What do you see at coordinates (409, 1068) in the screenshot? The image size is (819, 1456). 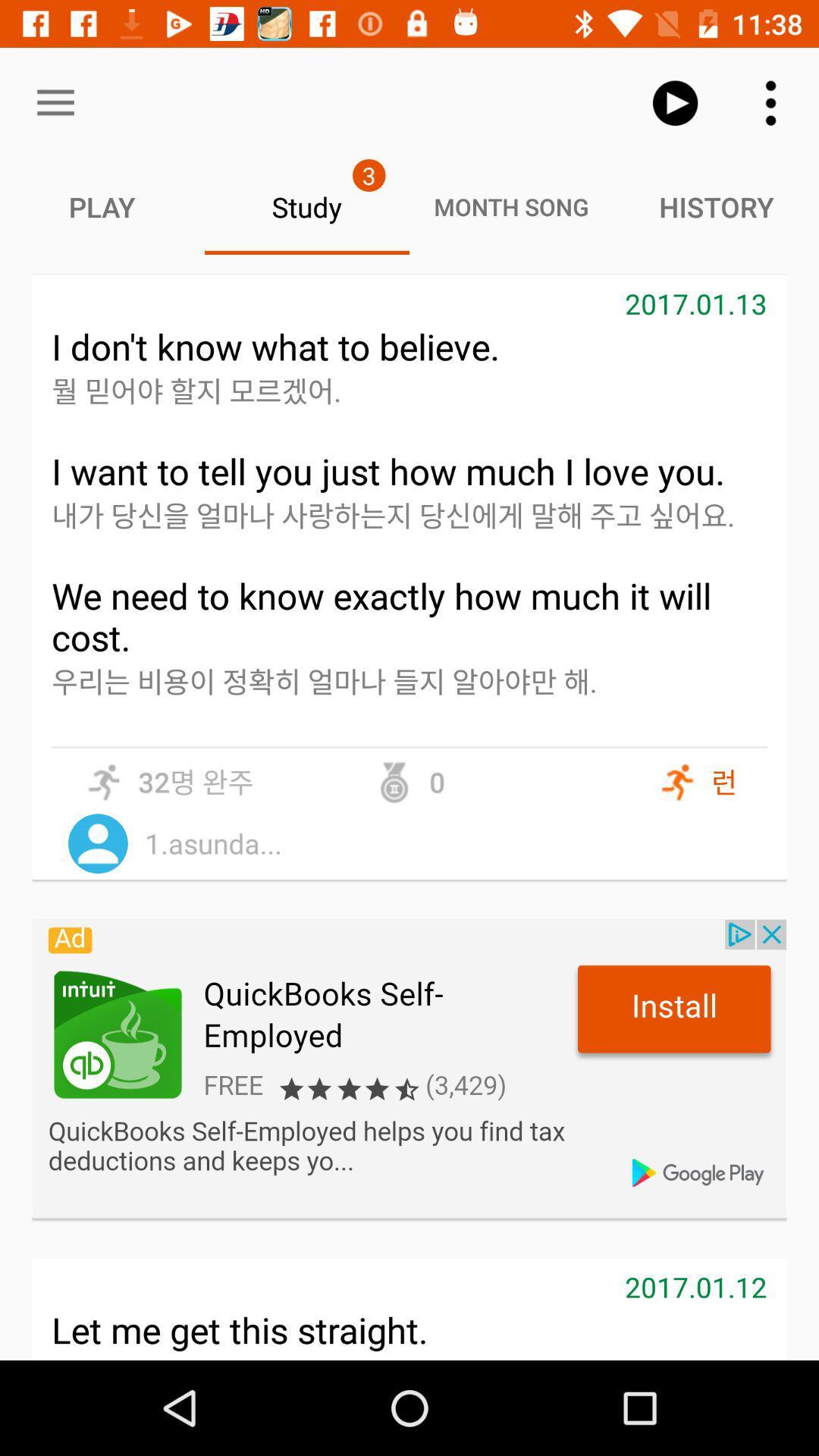 I see `go back` at bounding box center [409, 1068].